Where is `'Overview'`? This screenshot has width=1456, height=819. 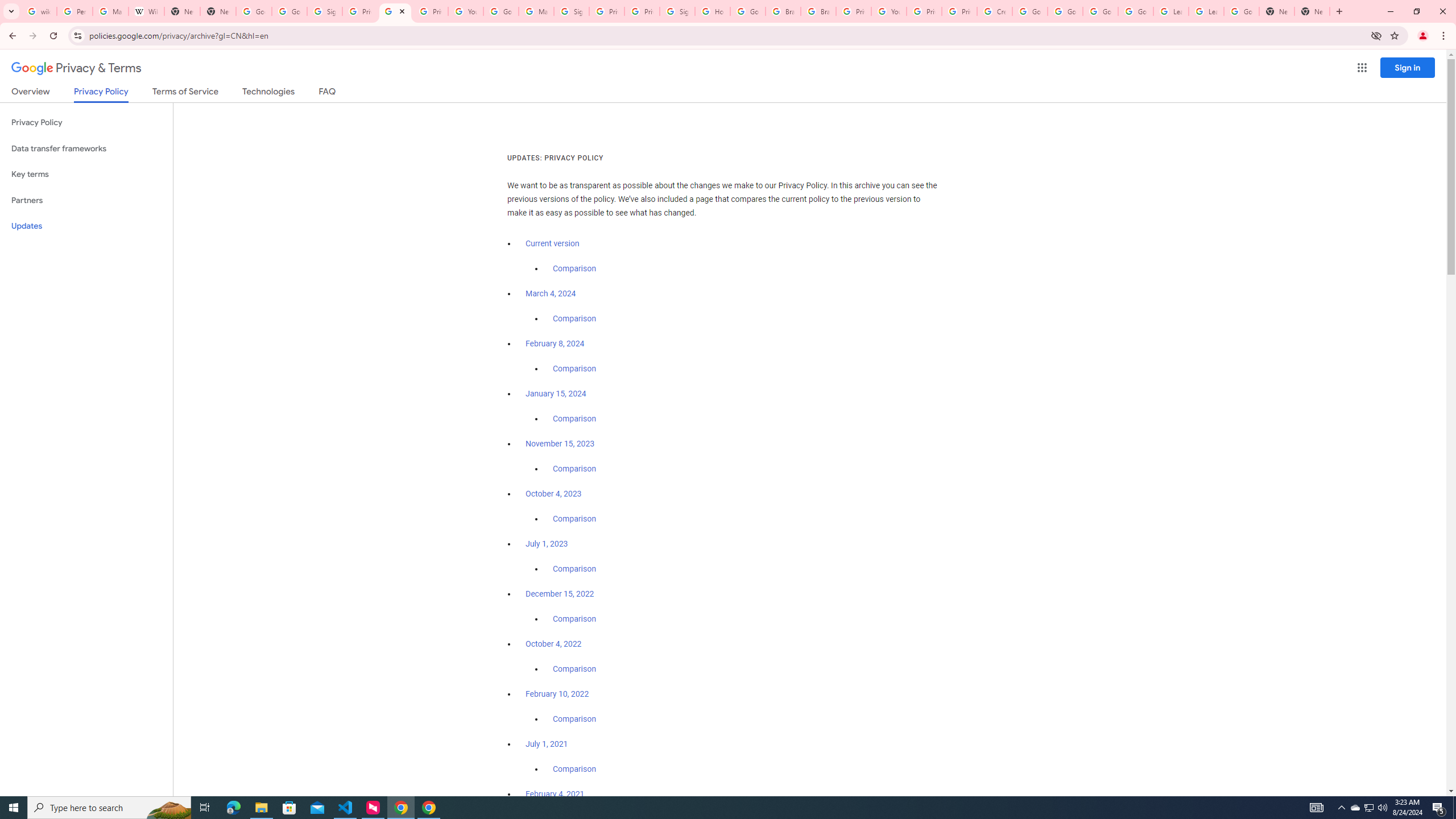 'Overview' is located at coordinates (30, 93).